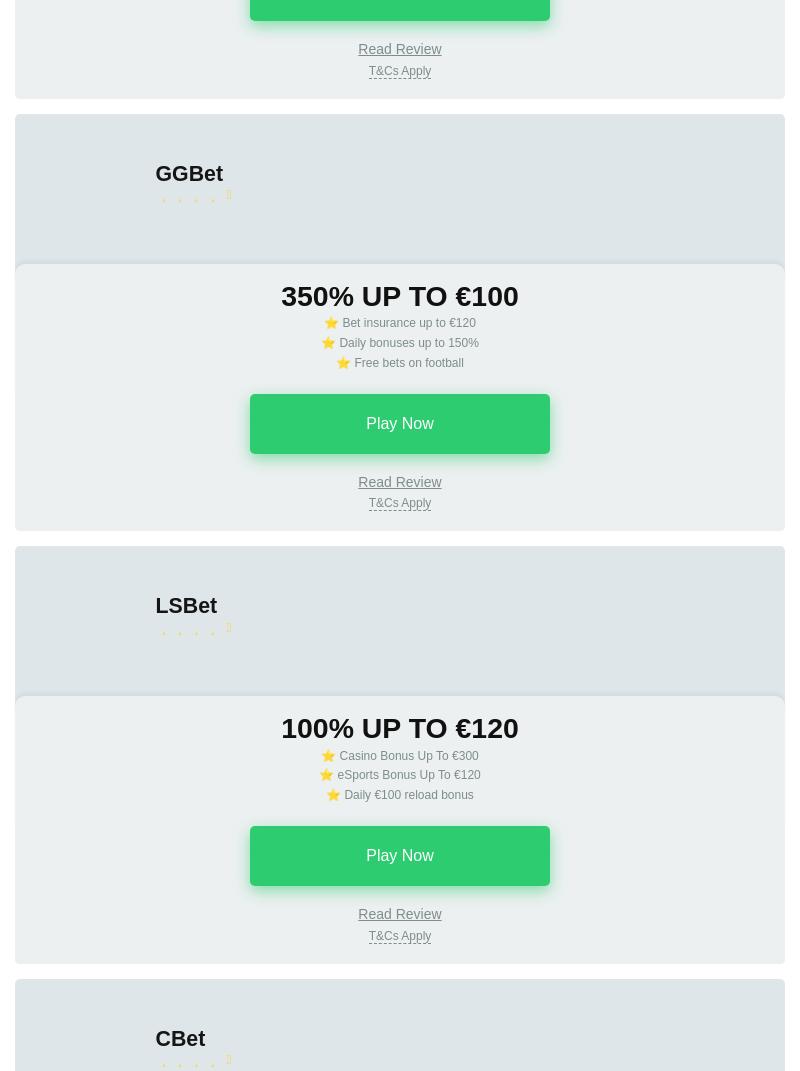 This screenshot has width=800, height=1071. Describe the element at coordinates (398, 663) in the screenshot. I see `'A mandatory condition for getting a bonus is to activate the promotion before depositing the required amount. The minimum required amount of the first deposit must be made within 3 days after the bonus activation, and the second - within 14 days. If there are no deposits in the specified period, the bonus will expire. To get a bonus, the amount of the first and the second deposits should be not less than €4; Maximum amount of the bonus received is €100 for each of the deposits. T&Cs Apply.'` at that location.